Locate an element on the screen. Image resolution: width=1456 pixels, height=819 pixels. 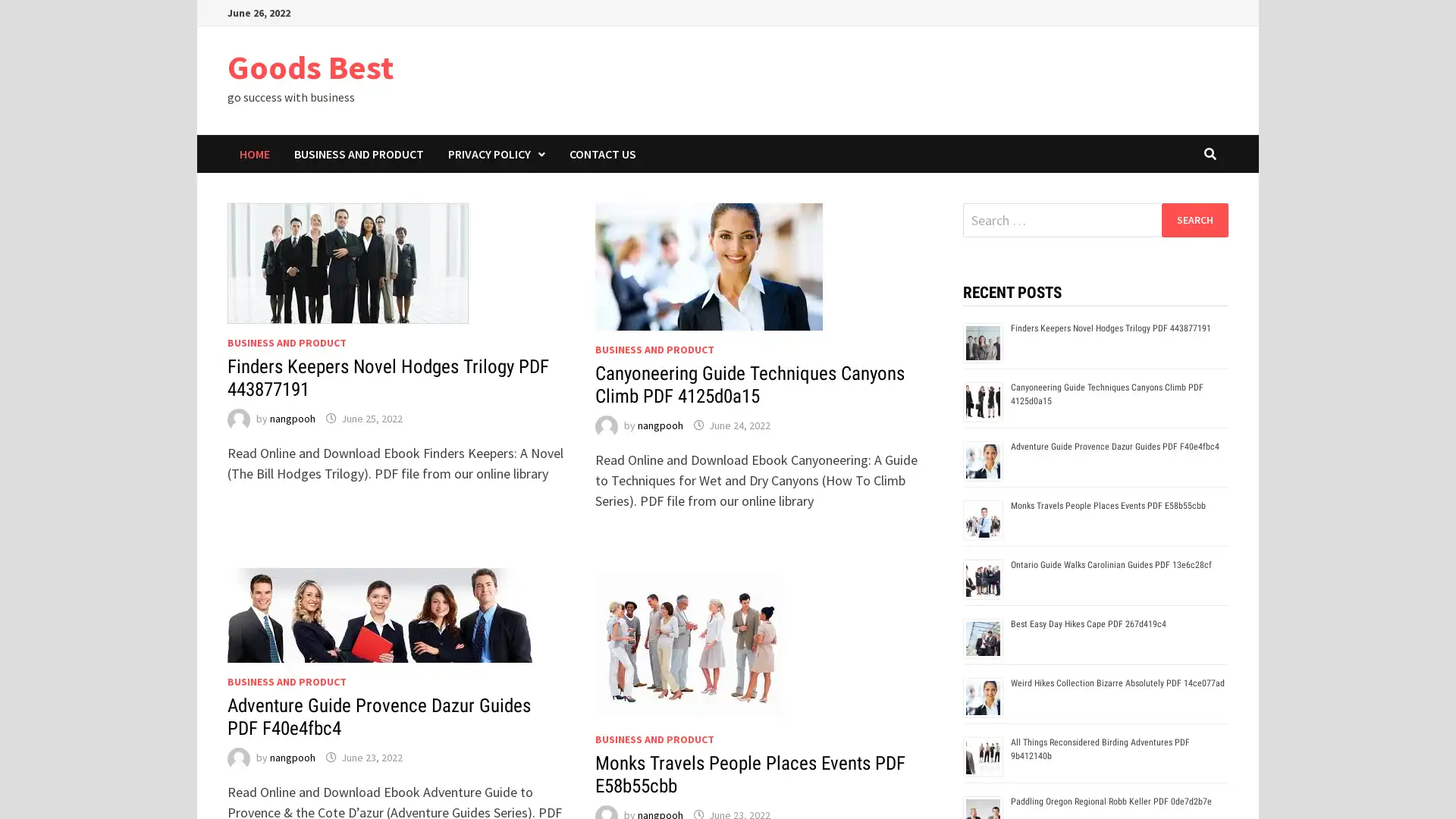
Search is located at coordinates (1194, 219).